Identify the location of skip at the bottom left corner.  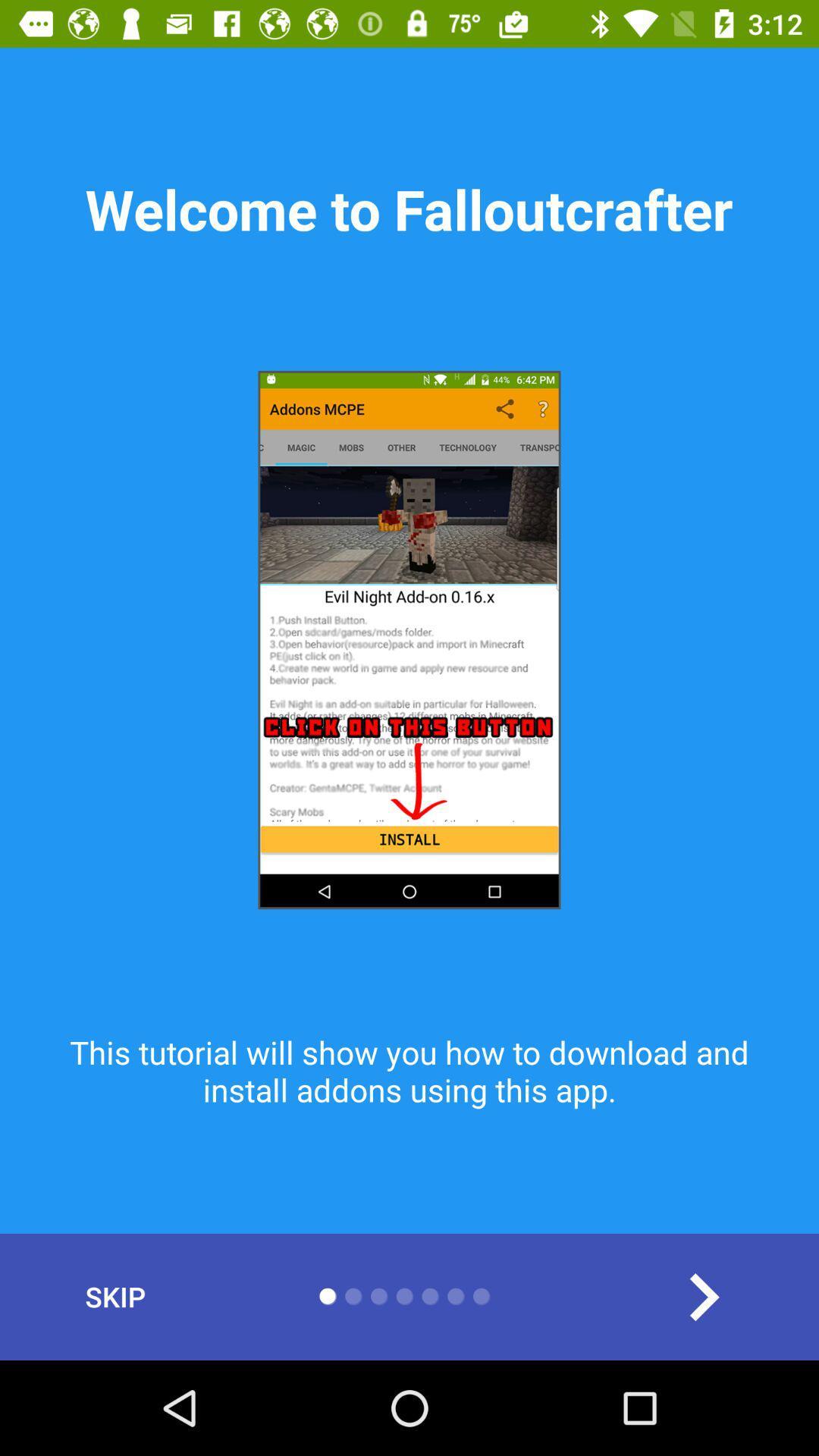
(115, 1296).